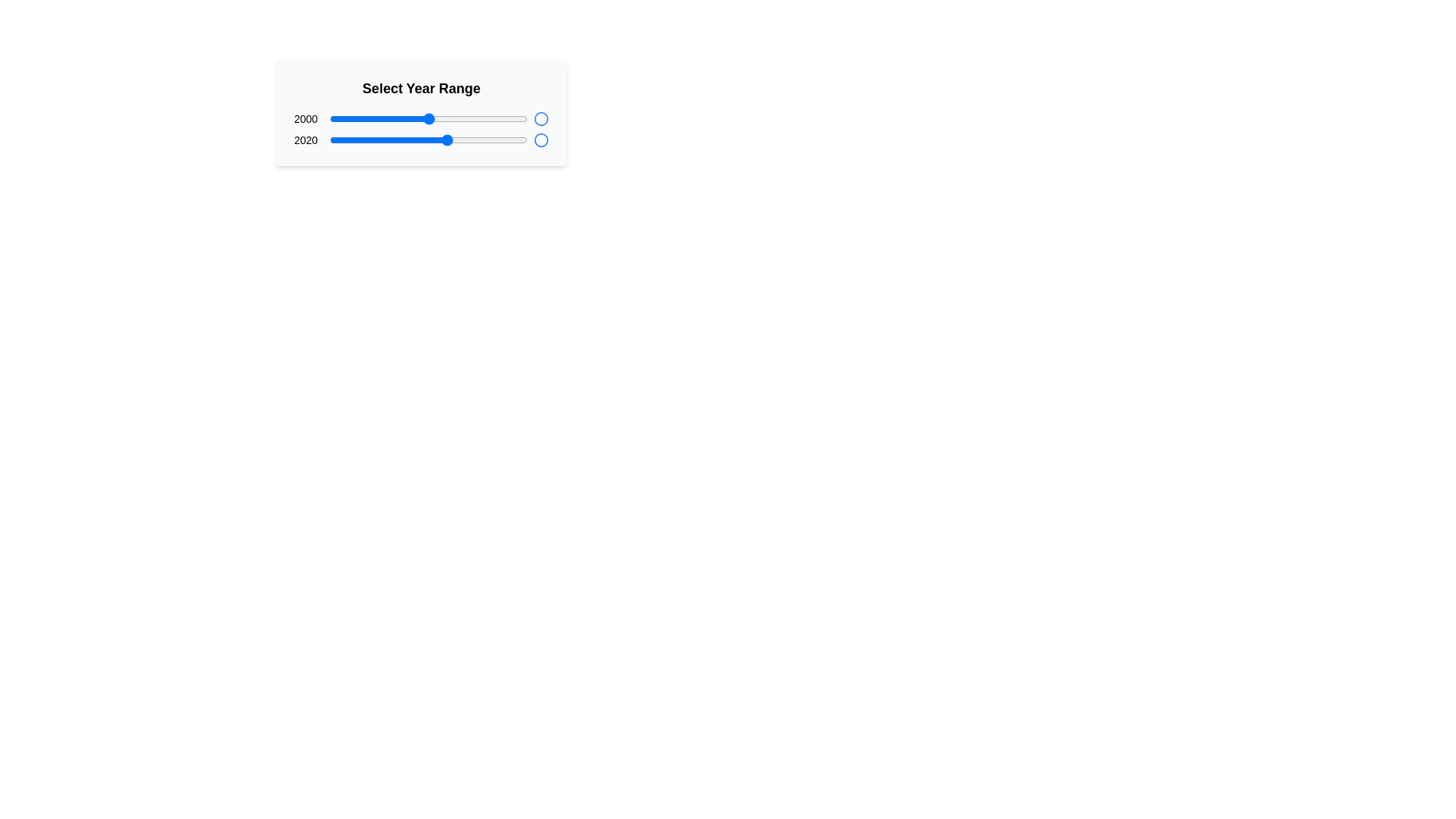 The image size is (1456, 819). What do you see at coordinates (336, 140) in the screenshot?
I see `the year slider` at bounding box center [336, 140].